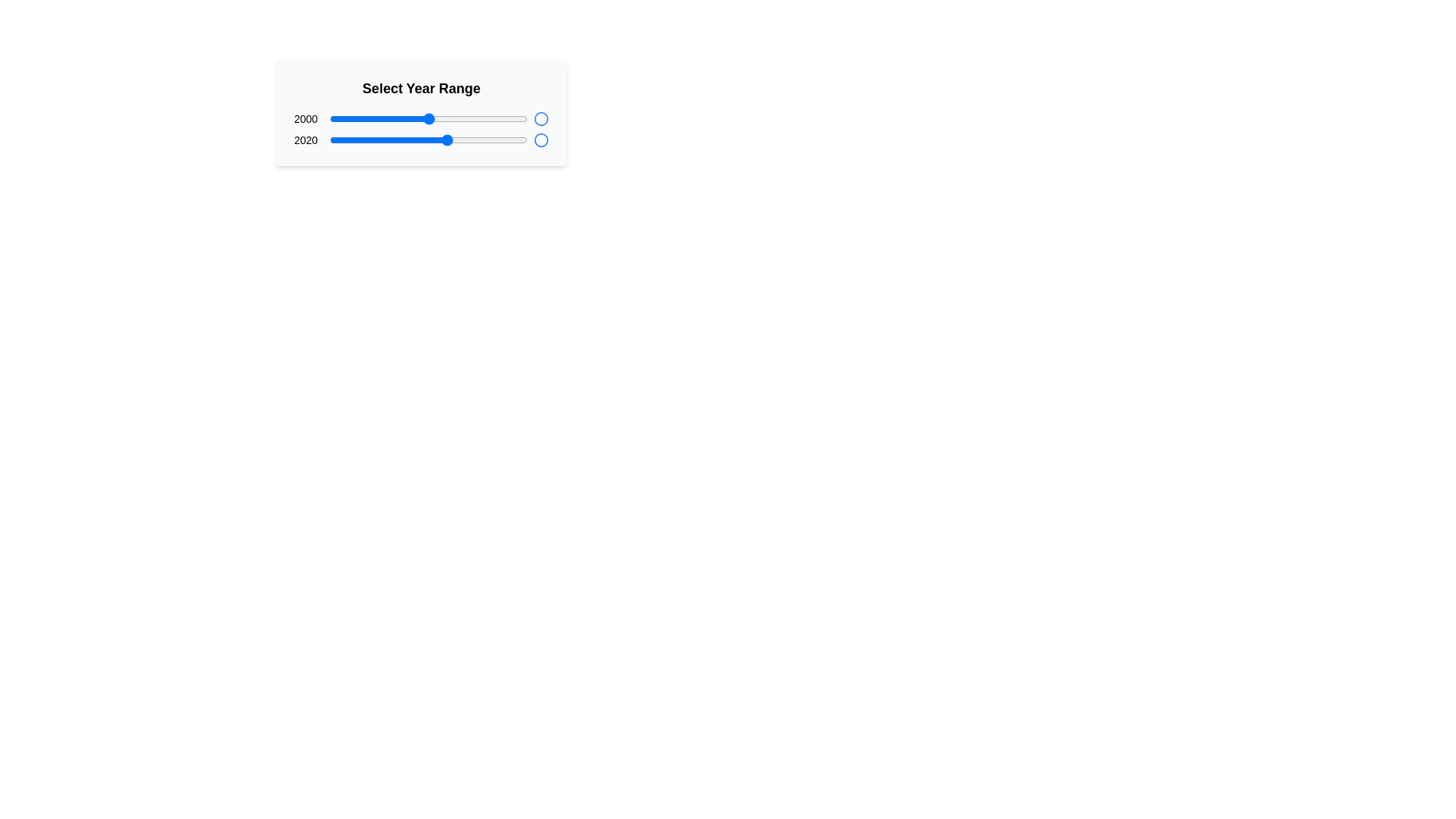 The image size is (1456, 819). What do you see at coordinates (336, 140) in the screenshot?
I see `the year slider` at bounding box center [336, 140].